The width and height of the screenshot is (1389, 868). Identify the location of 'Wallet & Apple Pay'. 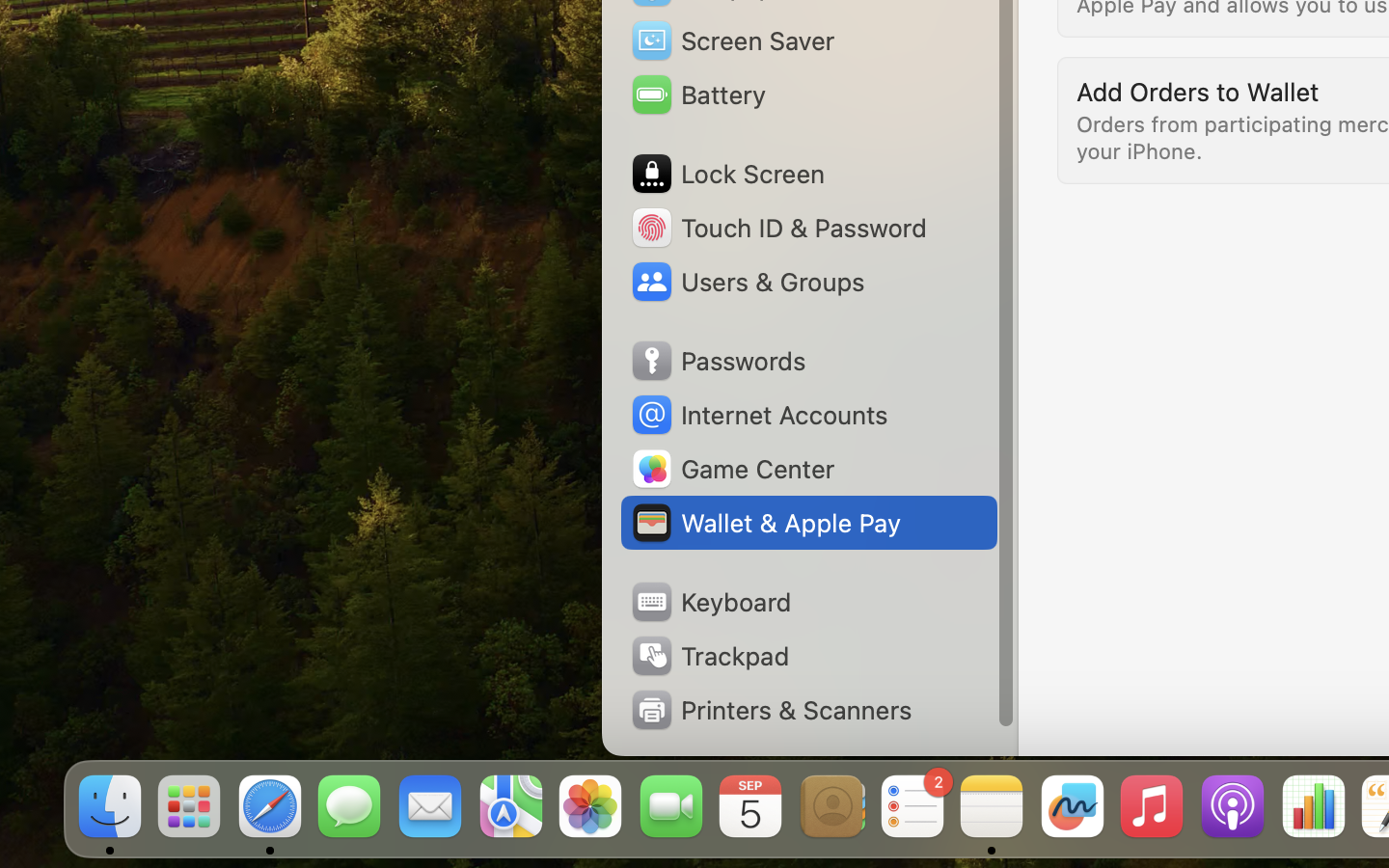
(765, 521).